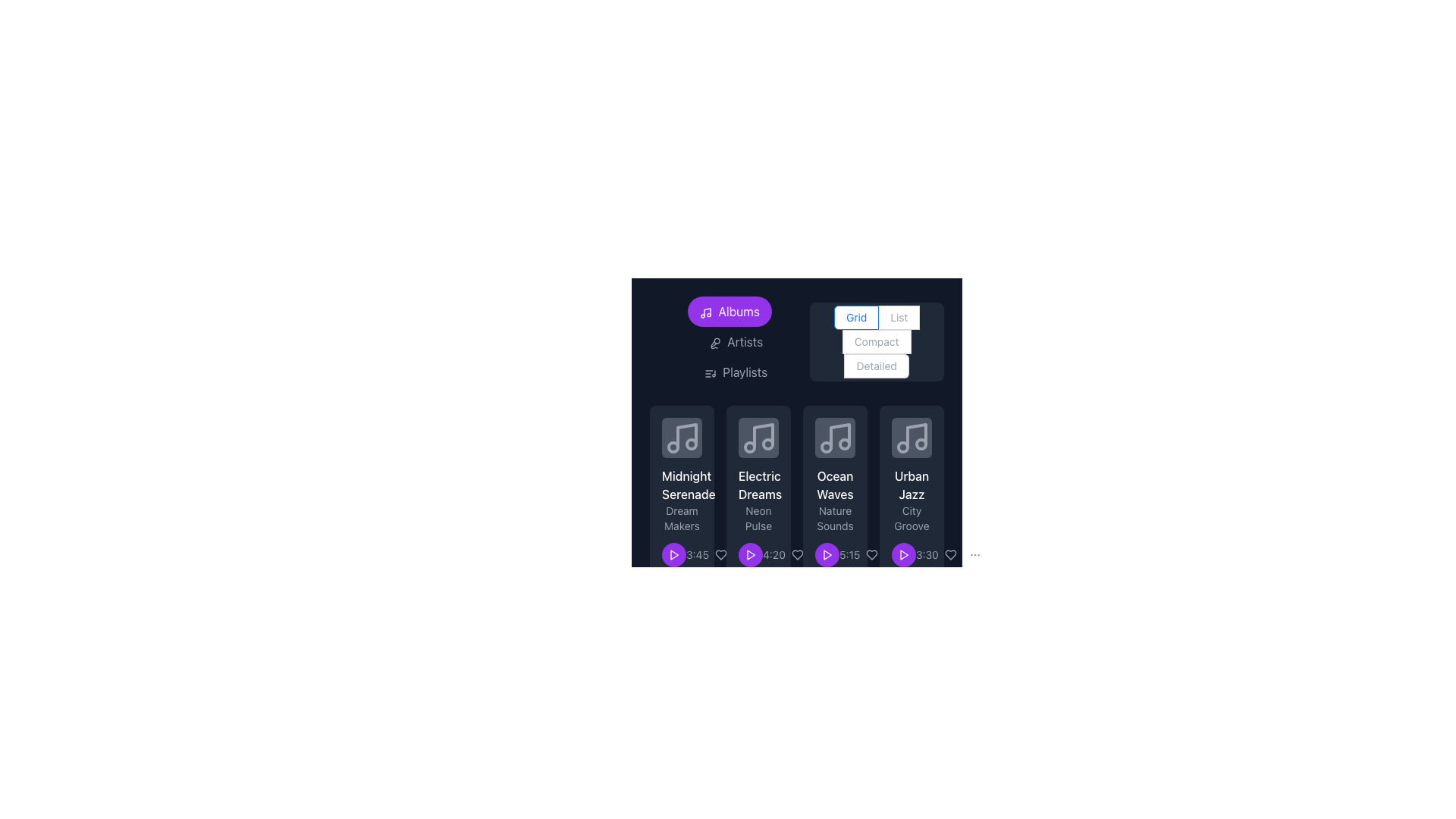  Describe the element at coordinates (736, 372) in the screenshot. I see `the navigation button located in the bottom-right corner of the group of buttons labeled 'Albums' and 'Artists'` at that location.